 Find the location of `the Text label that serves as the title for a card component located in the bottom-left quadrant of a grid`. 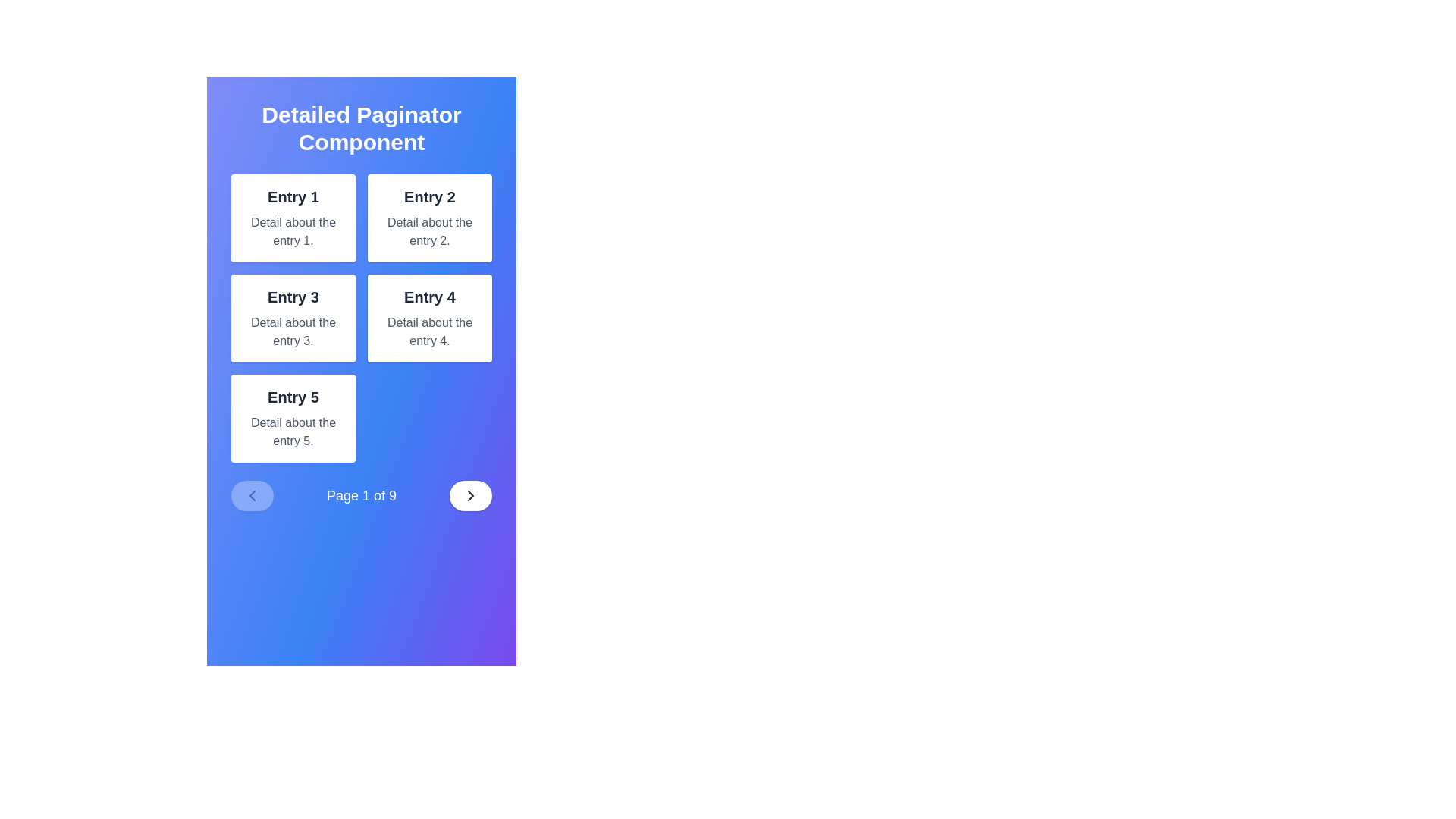

the Text label that serves as the title for a card component located in the bottom-left quadrant of a grid is located at coordinates (293, 397).